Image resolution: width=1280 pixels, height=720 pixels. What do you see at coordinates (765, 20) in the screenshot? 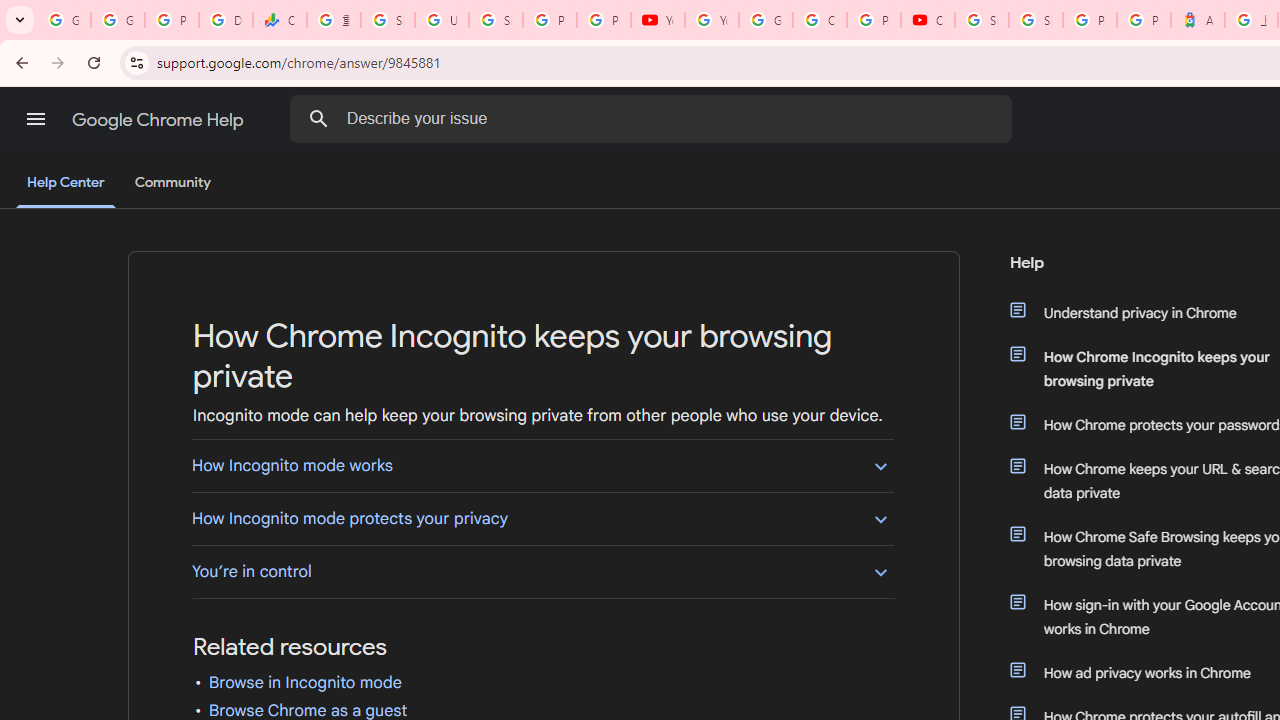
I see `'Google Account Help'` at bounding box center [765, 20].